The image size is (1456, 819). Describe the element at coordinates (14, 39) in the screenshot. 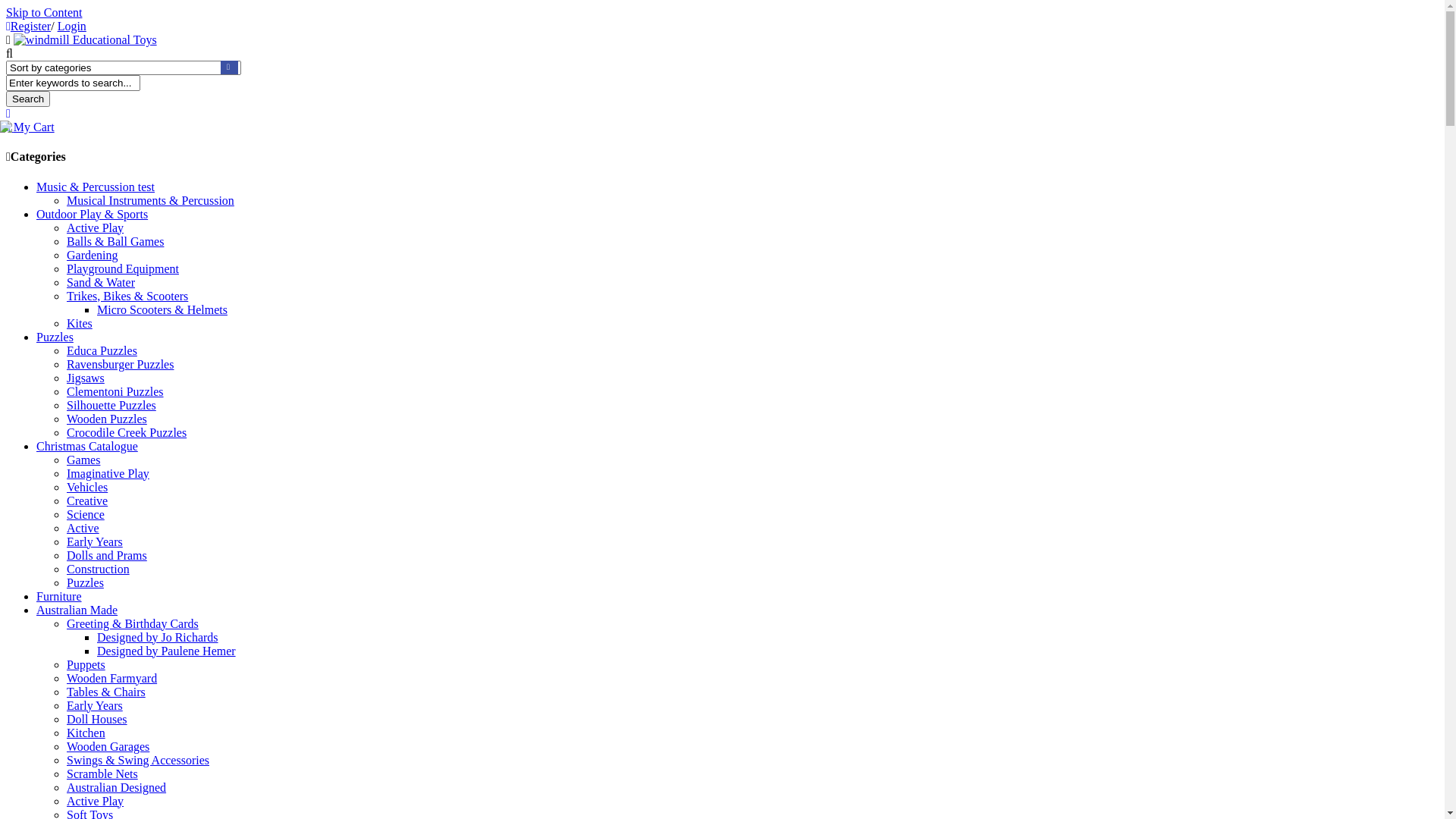

I see `'windmill Educational Toys'` at that location.